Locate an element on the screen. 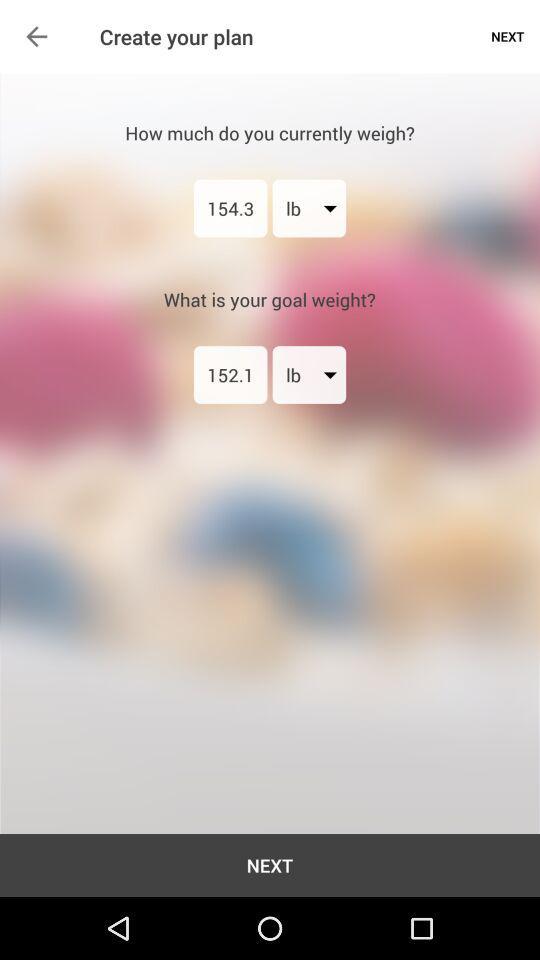 The image size is (540, 960). the item below the what is your item is located at coordinates (229, 373).